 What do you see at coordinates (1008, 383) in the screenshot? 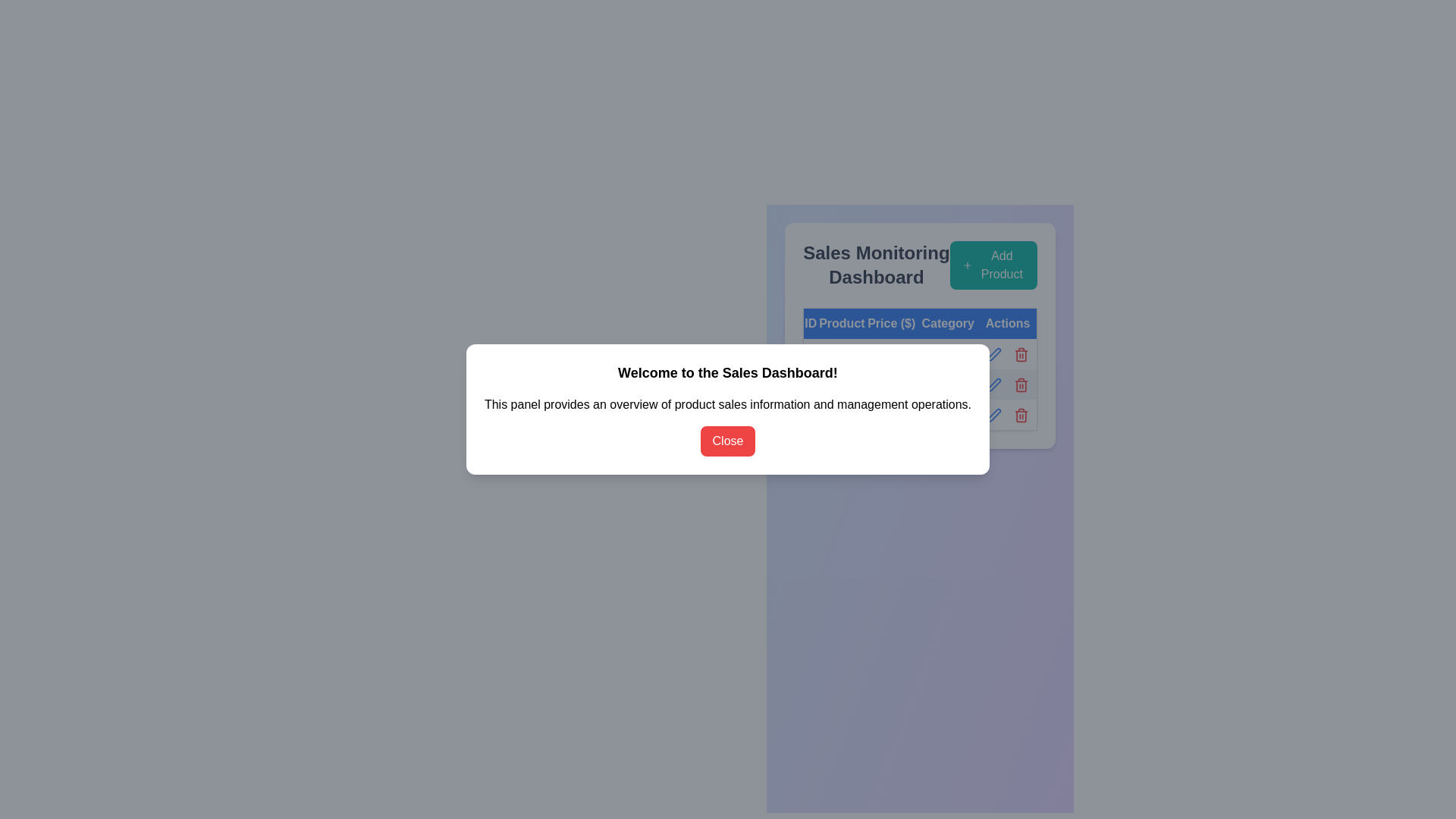
I see `the delete icon` at bounding box center [1008, 383].